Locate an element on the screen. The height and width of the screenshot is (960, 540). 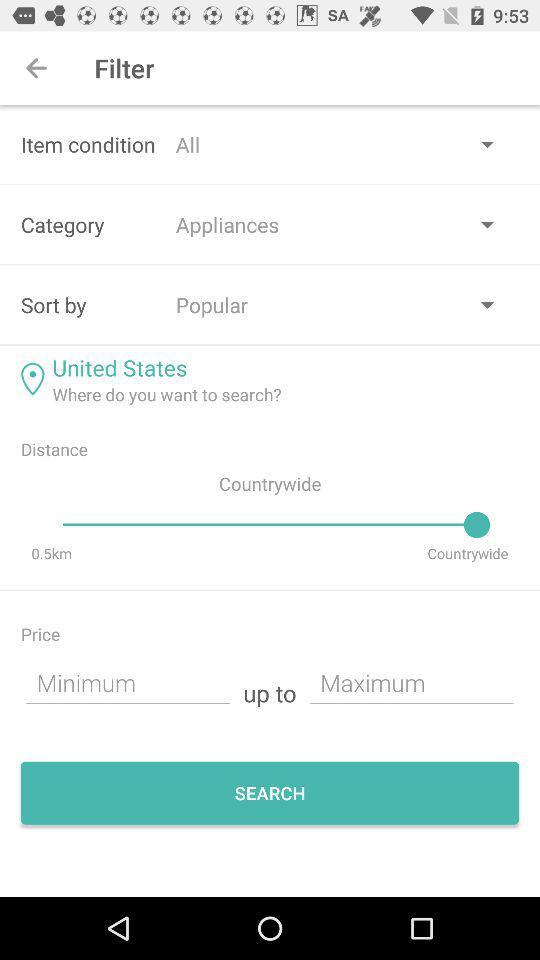
minimum of the option is located at coordinates (128, 682).